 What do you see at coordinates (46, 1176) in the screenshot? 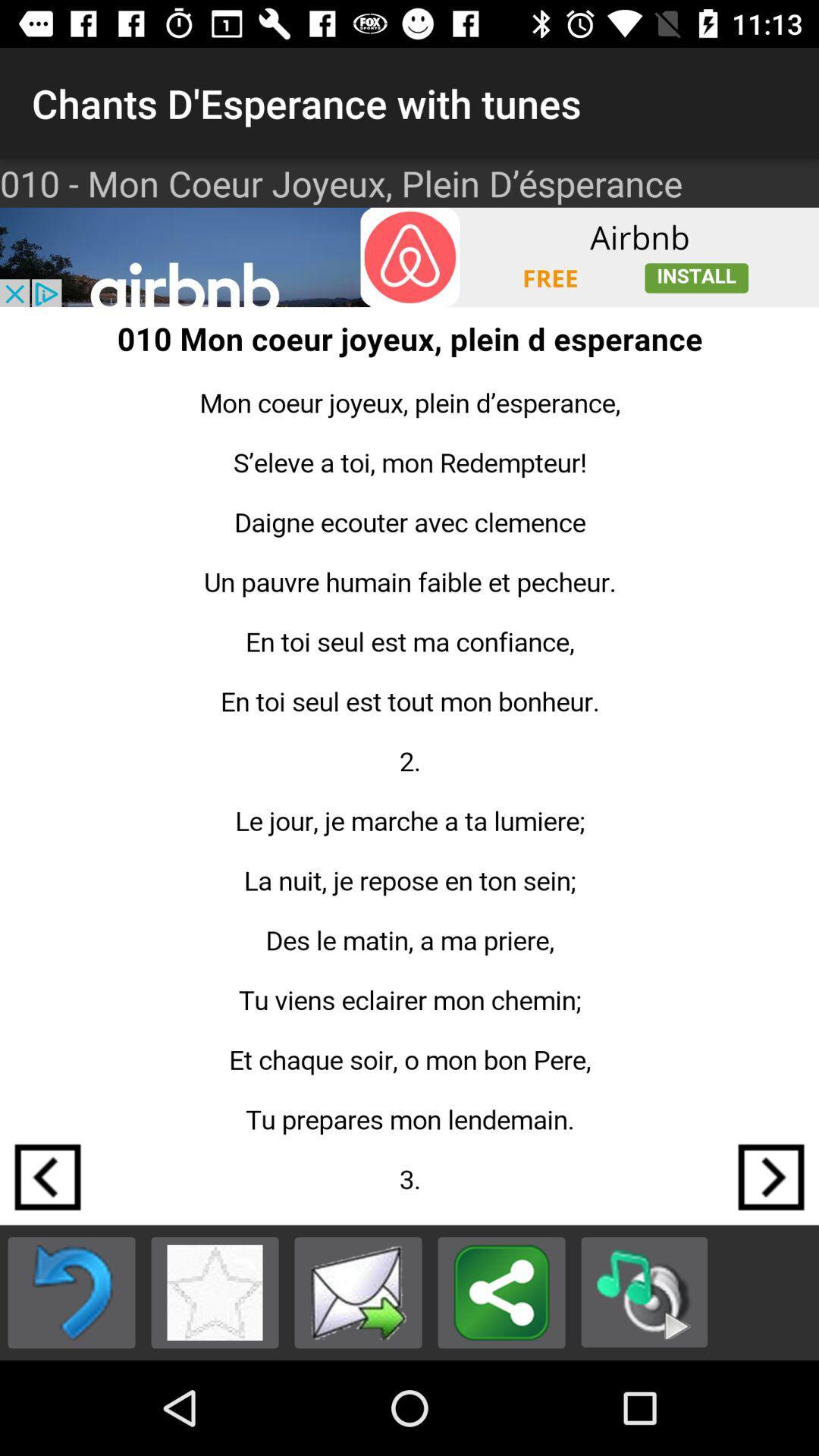
I see `the arrow_backward icon` at bounding box center [46, 1176].